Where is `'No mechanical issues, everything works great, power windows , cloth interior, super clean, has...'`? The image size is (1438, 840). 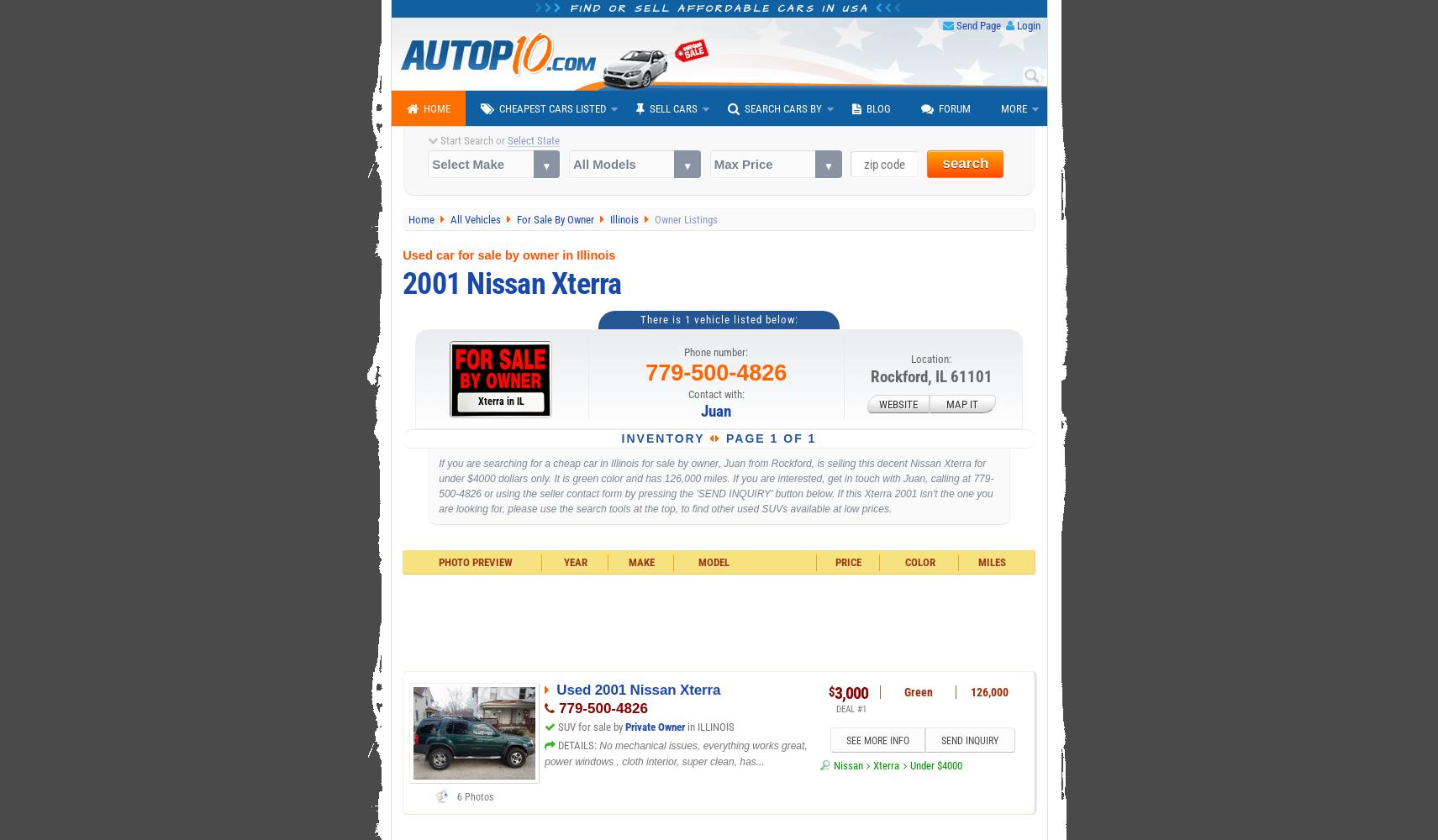 'No mechanical issues, everything works great, power windows , cloth interior, super clean, has...' is located at coordinates (543, 753).